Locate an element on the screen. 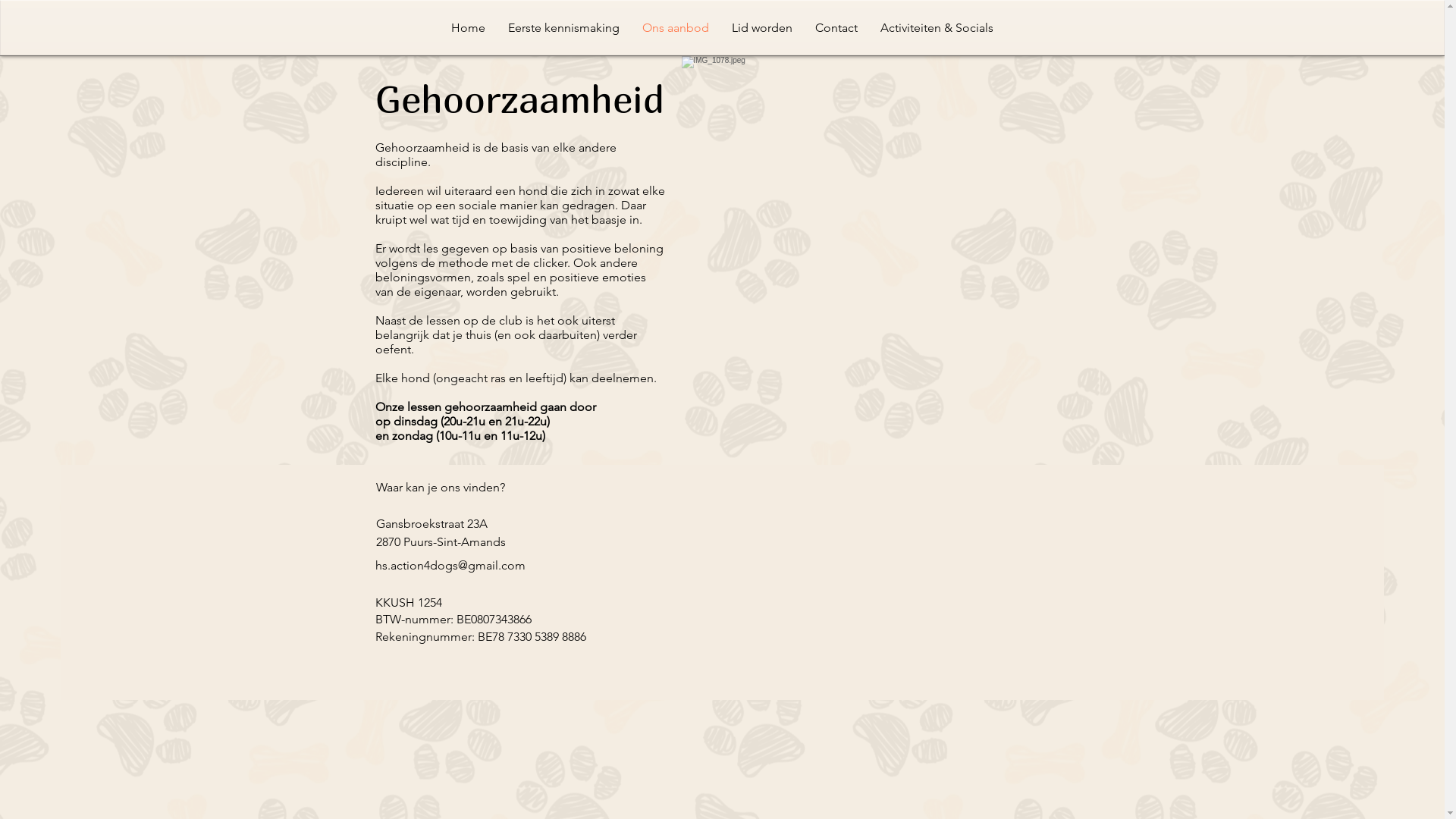 The height and width of the screenshot is (819, 1456). 'Google Maps' is located at coordinates (789, 566).